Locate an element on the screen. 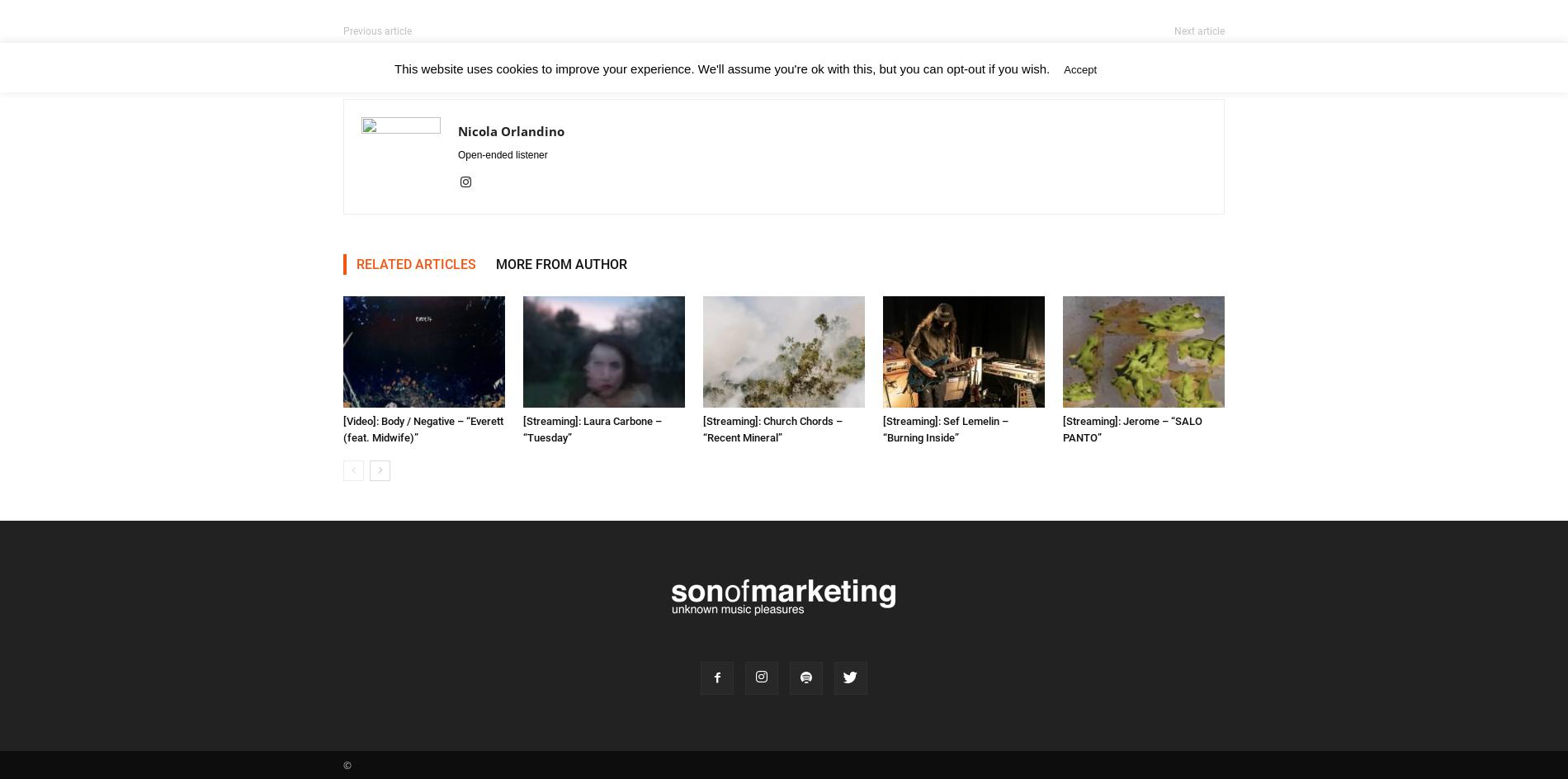 The image size is (1568, 779). 'Read More' is located at coordinates (1109, 68).